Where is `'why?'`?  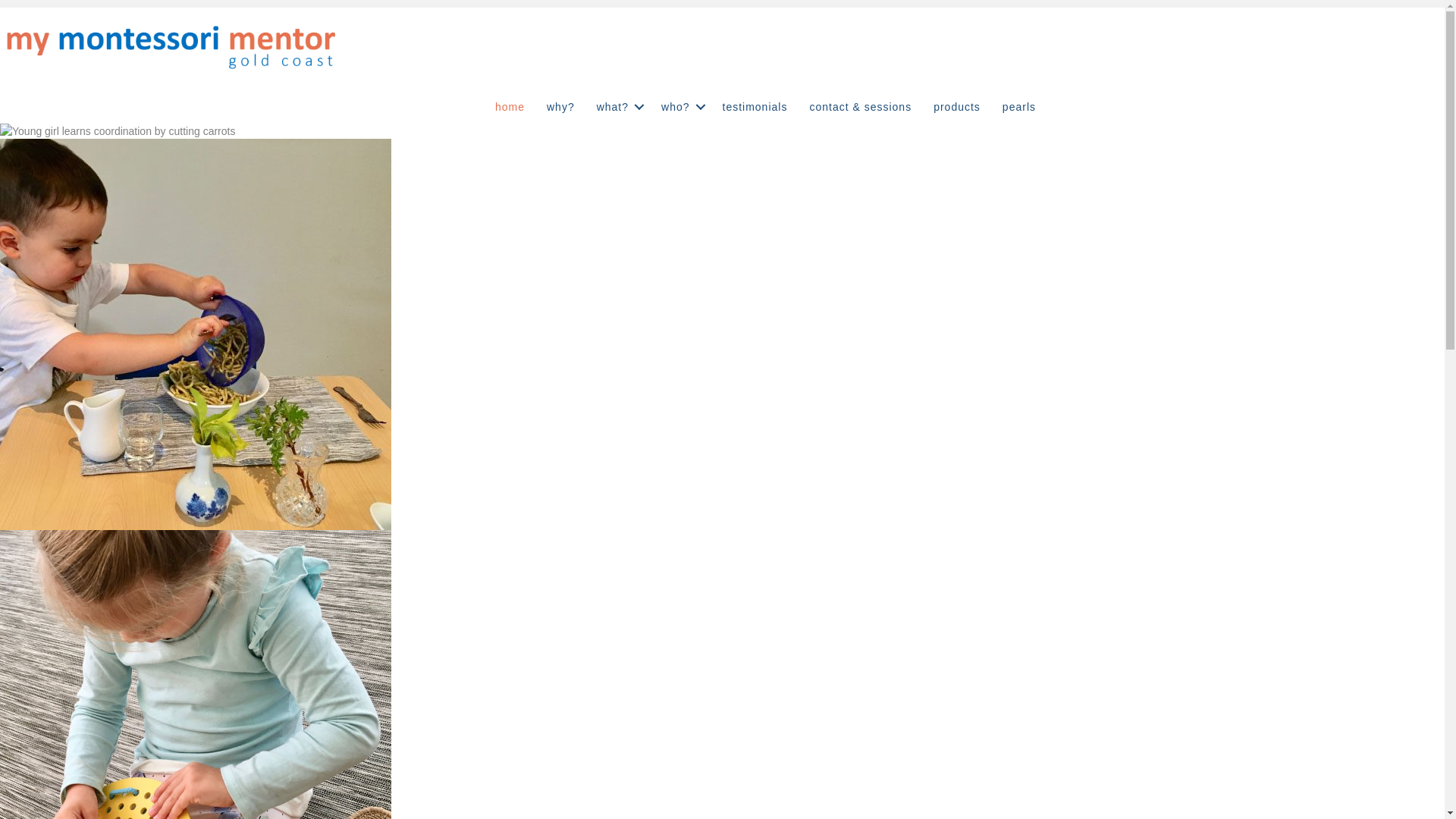
'why?' is located at coordinates (560, 106).